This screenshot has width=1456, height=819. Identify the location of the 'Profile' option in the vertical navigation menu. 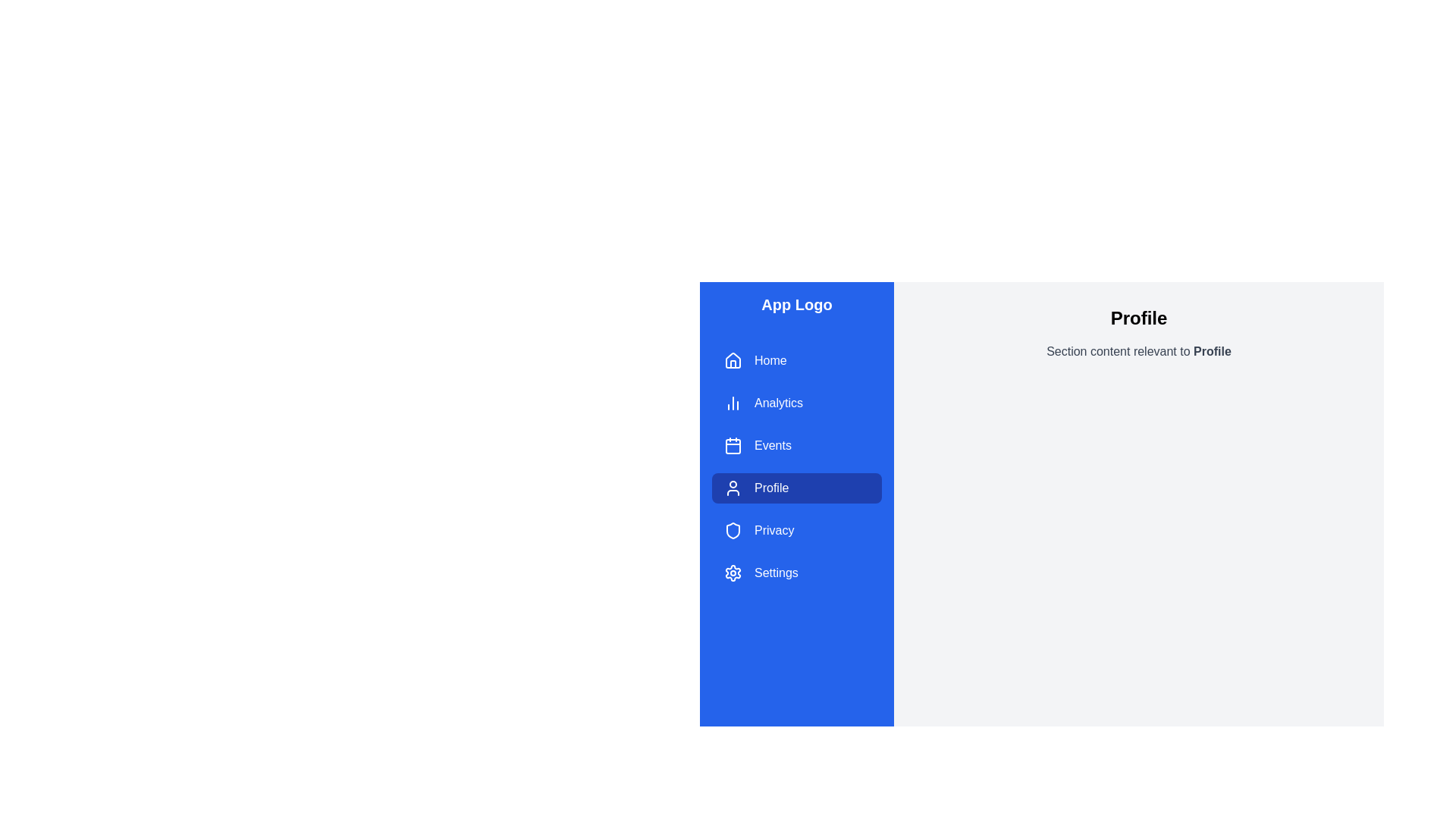
(796, 466).